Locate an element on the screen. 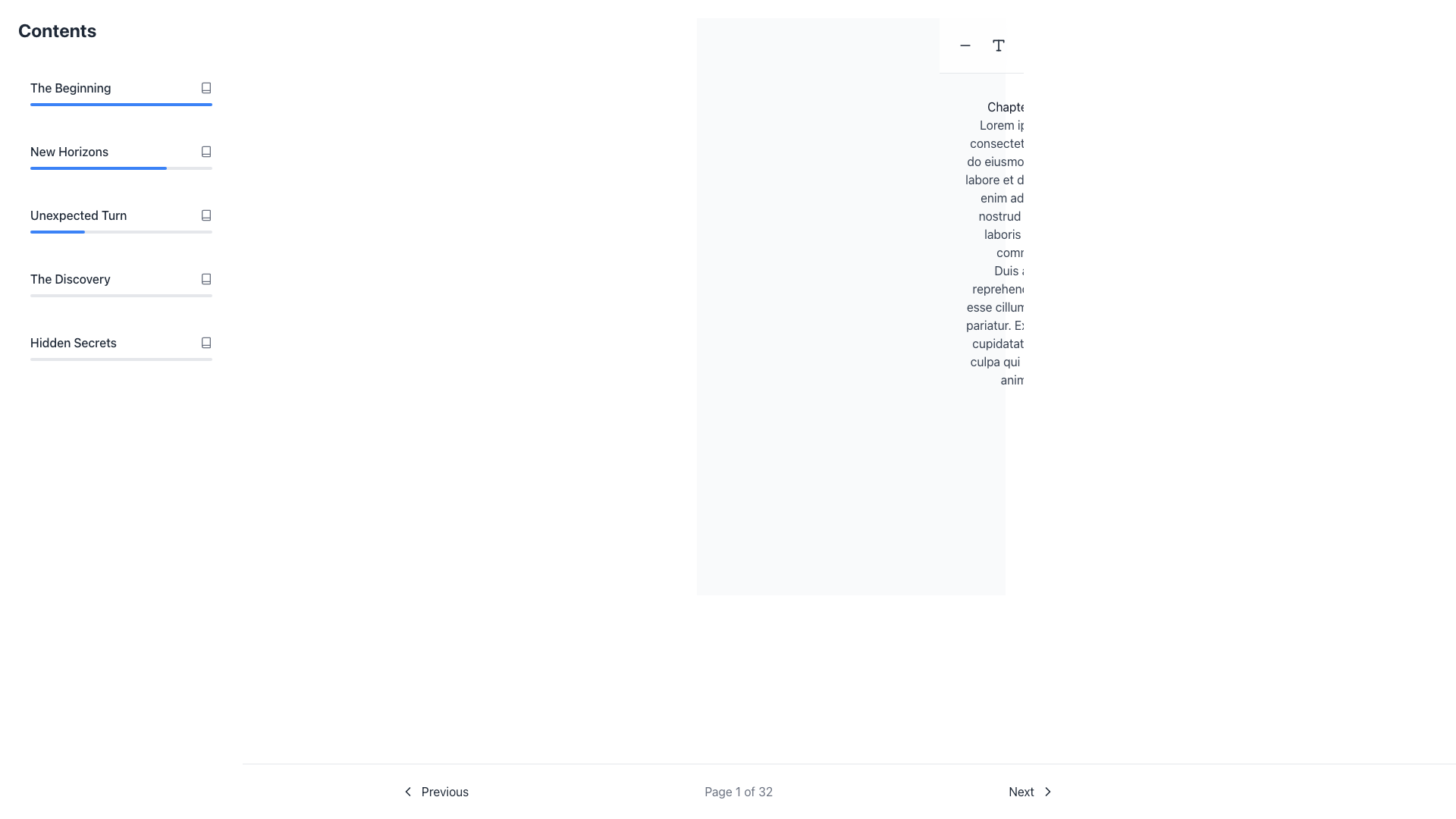 The height and width of the screenshot is (819, 1456). the SVG icon located at the right end of the 'Unexpected Turn' list item, which is the third option in the 'Contents' vertical list is located at coordinates (206, 215).